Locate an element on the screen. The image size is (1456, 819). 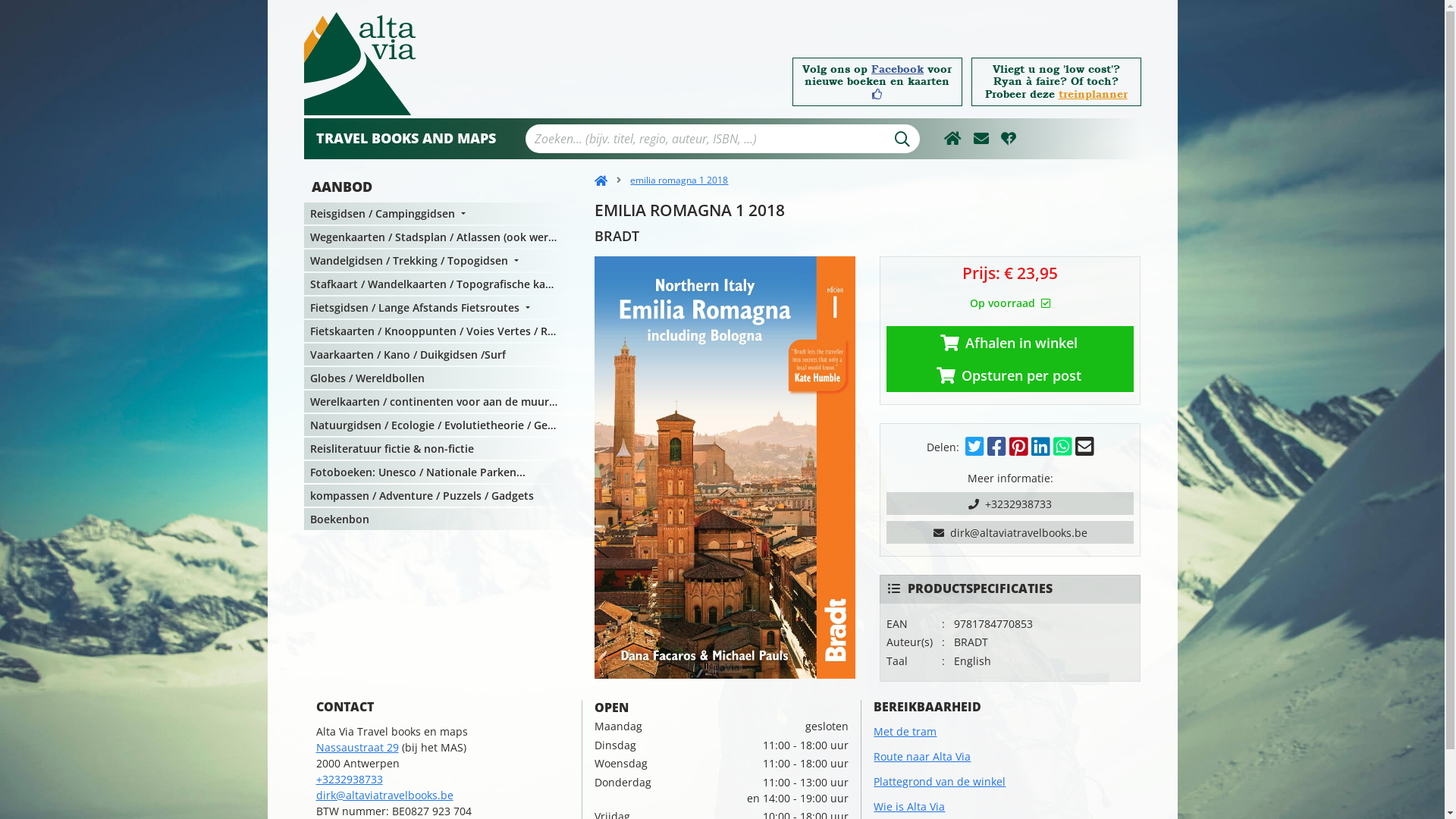
'Wegenkaarten / Stadsplan / Atlassen (ook wereldatlassen )' is located at coordinates (436, 237).